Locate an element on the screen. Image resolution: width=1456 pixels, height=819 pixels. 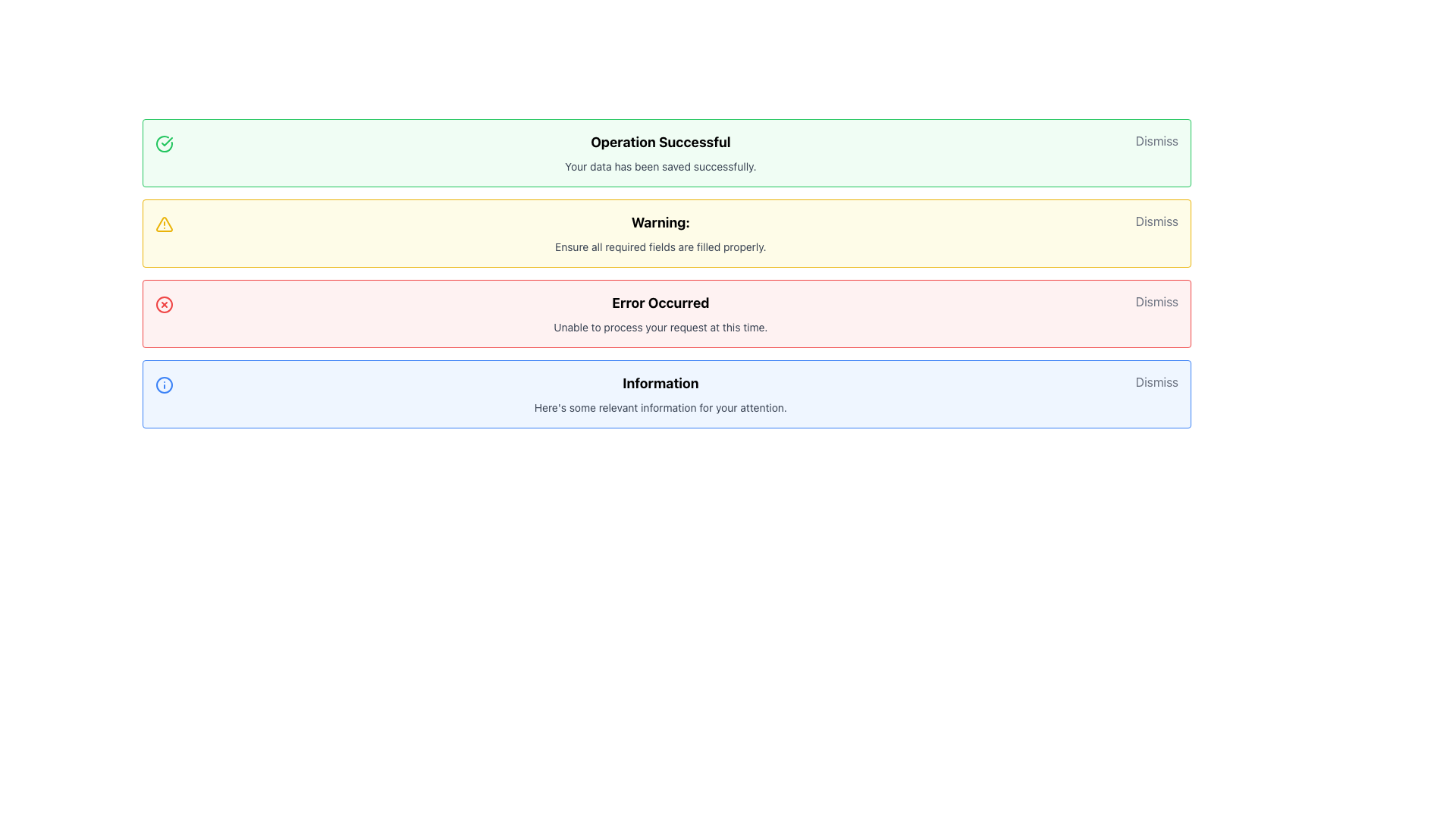
the SVG Circle Element within the 'Information' notification box located at the bottom of the interface, which is part of an info icon is located at coordinates (164, 384).